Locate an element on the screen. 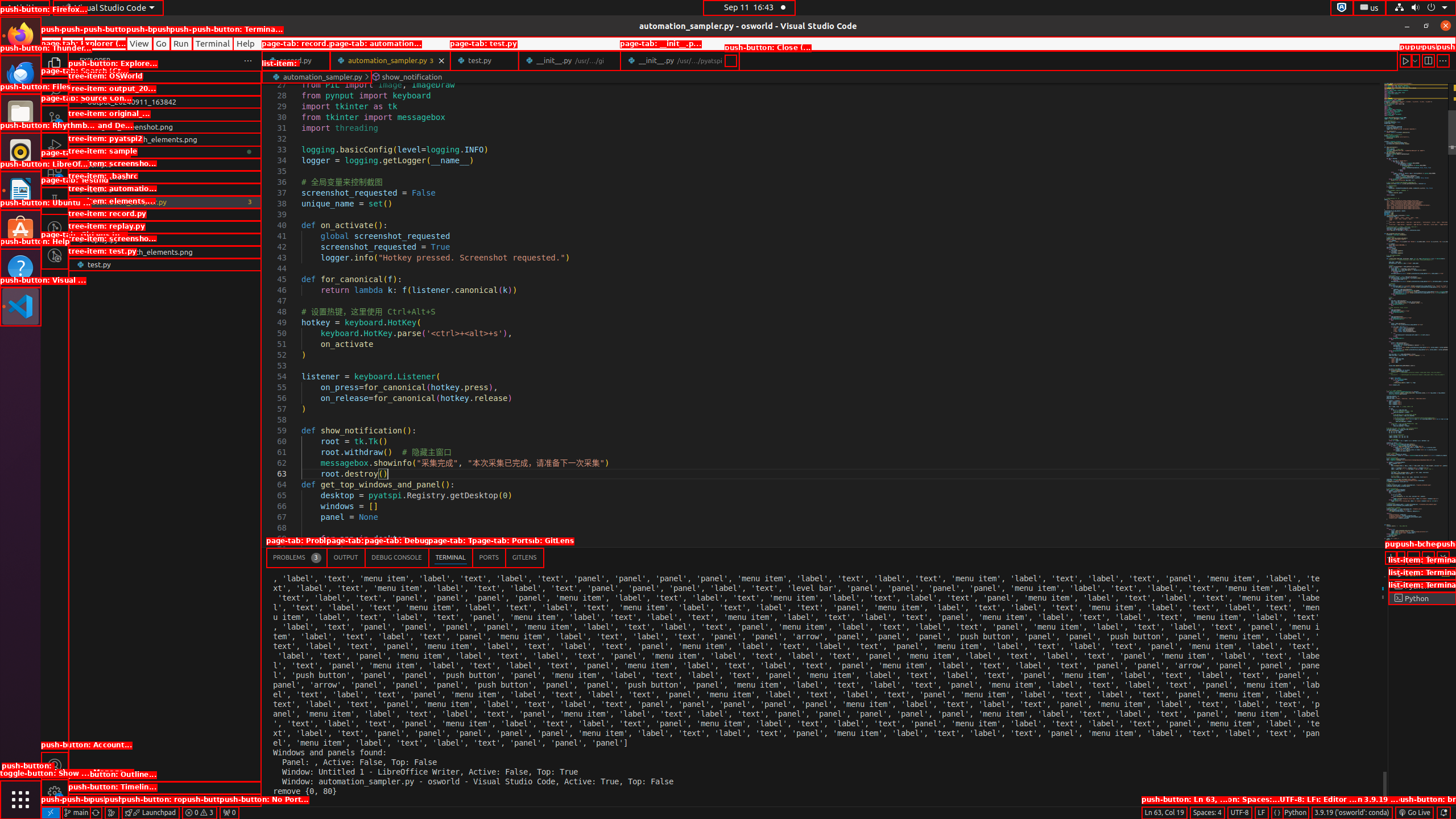  'Extensions (Ctrl+Shift+X) - 2 require update' is located at coordinates (54, 172).